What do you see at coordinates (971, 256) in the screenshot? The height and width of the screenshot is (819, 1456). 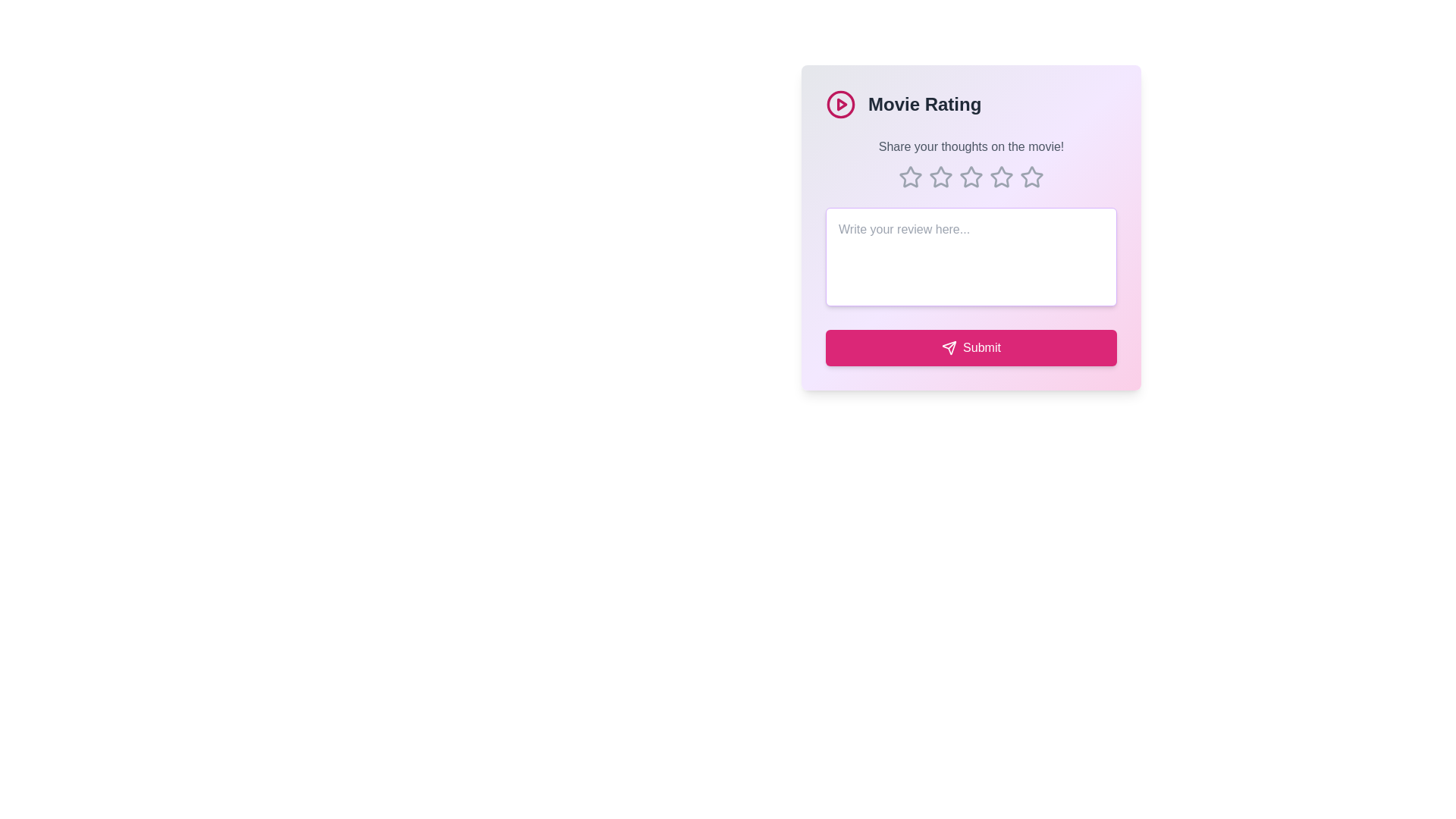 I see `the textarea for user feedback located above the 'Submit' button to focus on it` at bounding box center [971, 256].